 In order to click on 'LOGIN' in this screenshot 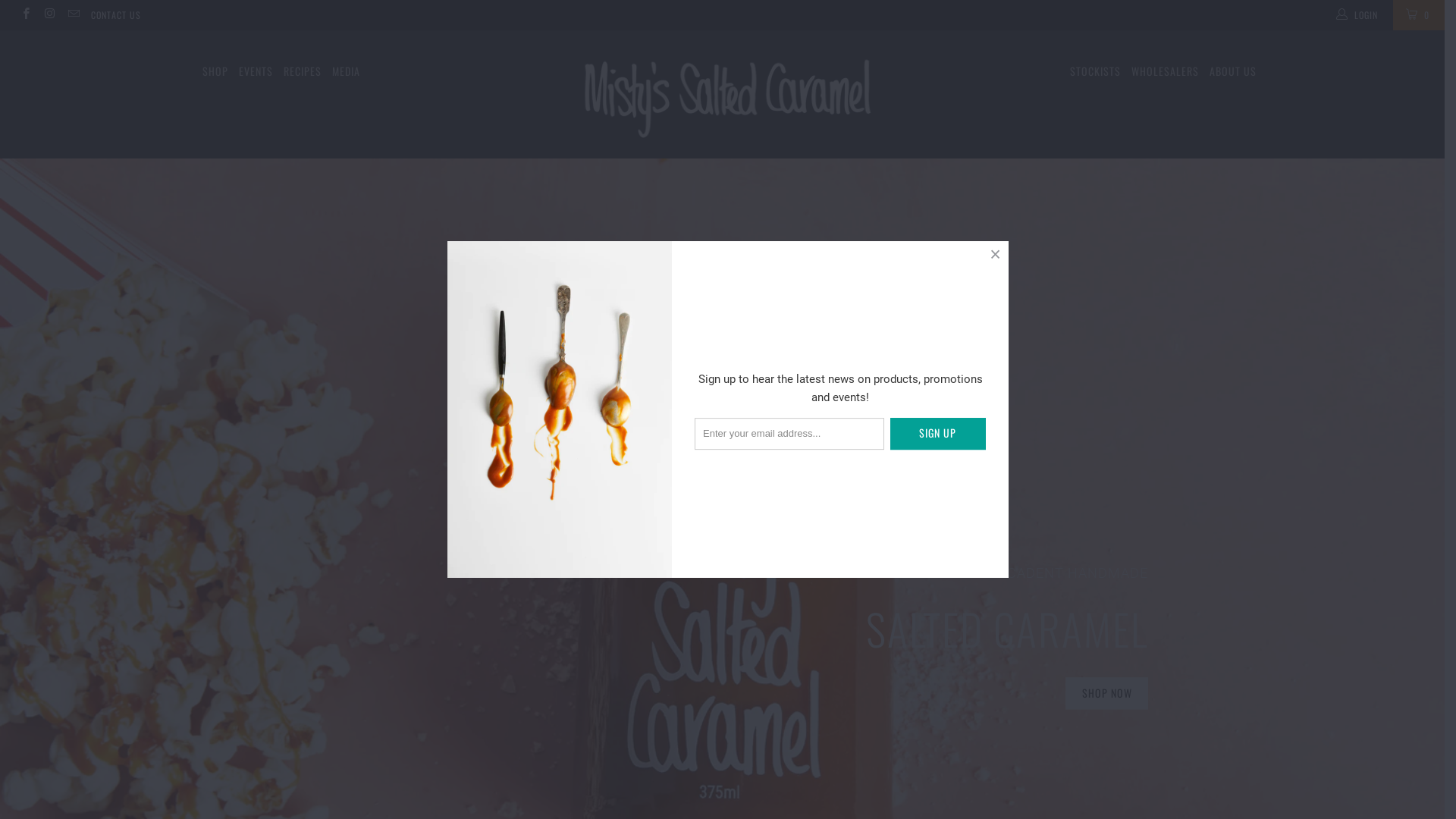, I will do `click(1357, 14)`.